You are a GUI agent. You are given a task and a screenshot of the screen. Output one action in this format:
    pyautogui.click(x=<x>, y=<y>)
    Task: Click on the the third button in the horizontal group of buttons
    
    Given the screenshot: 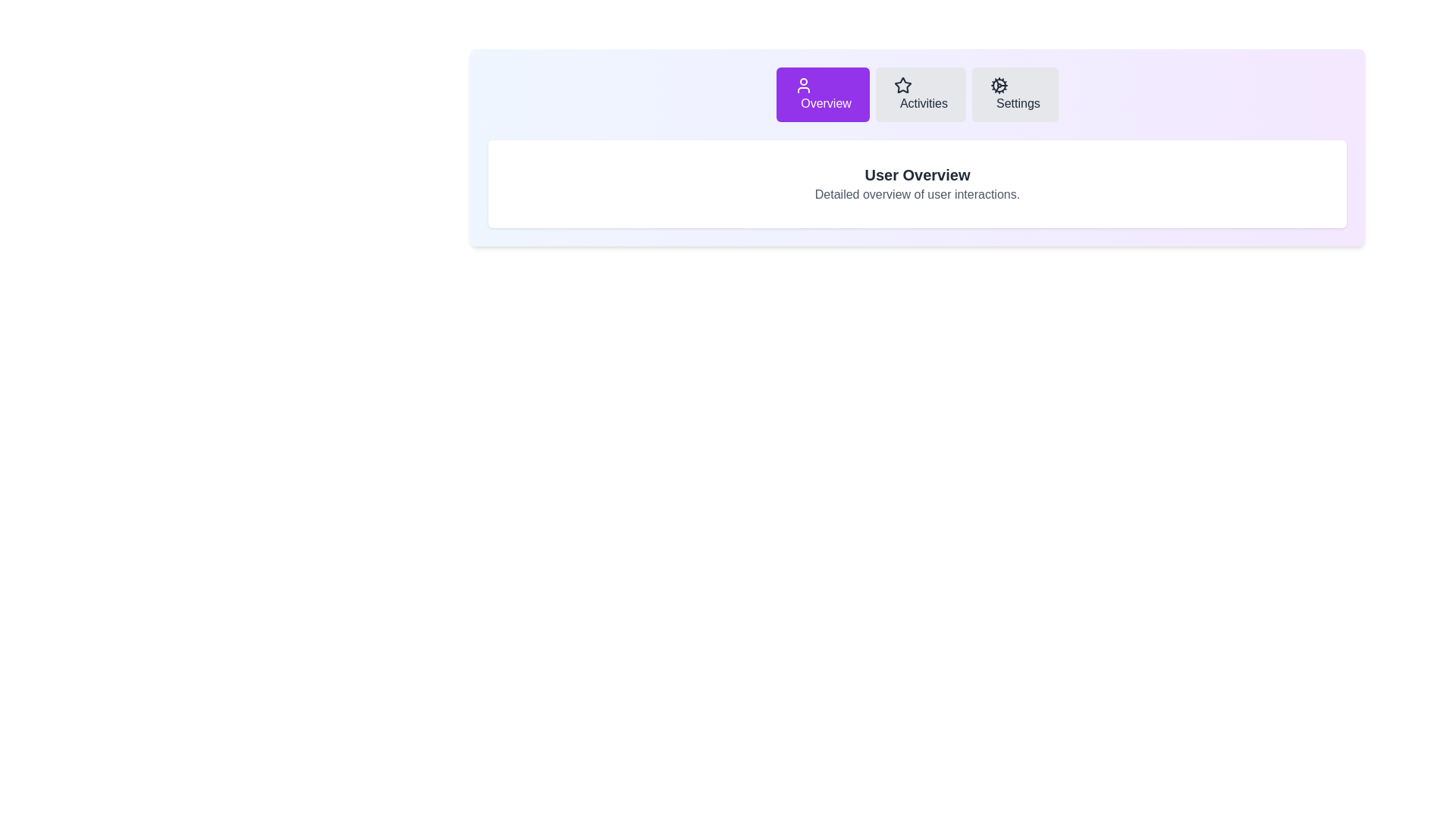 What is the action you would take?
    pyautogui.click(x=1015, y=94)
    